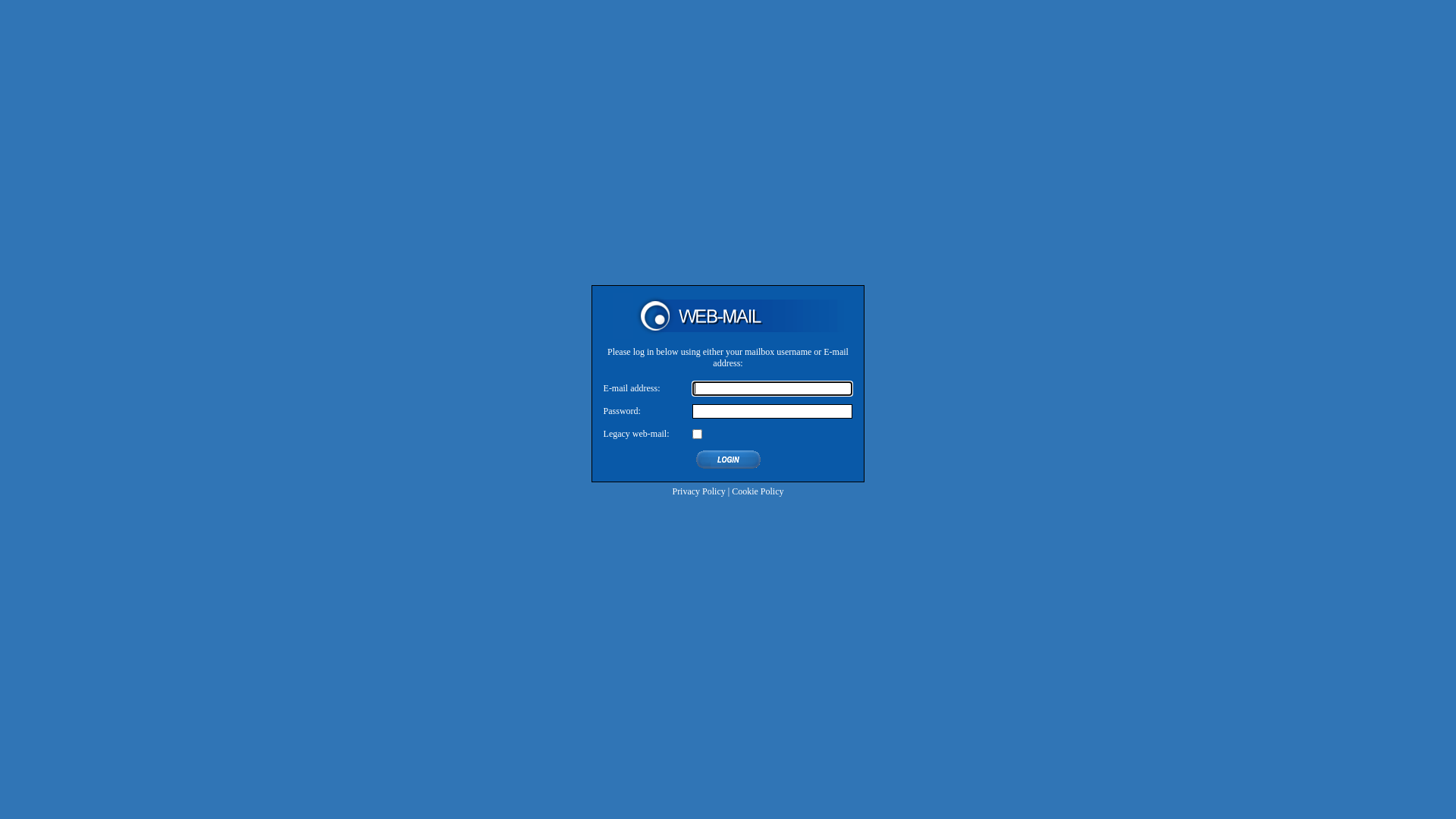 The width and height of the screenshot is (1456, 819). Describe the element at coordinates (698, 489) in the screenshot. I see `'Privacy Policy'` at that location.